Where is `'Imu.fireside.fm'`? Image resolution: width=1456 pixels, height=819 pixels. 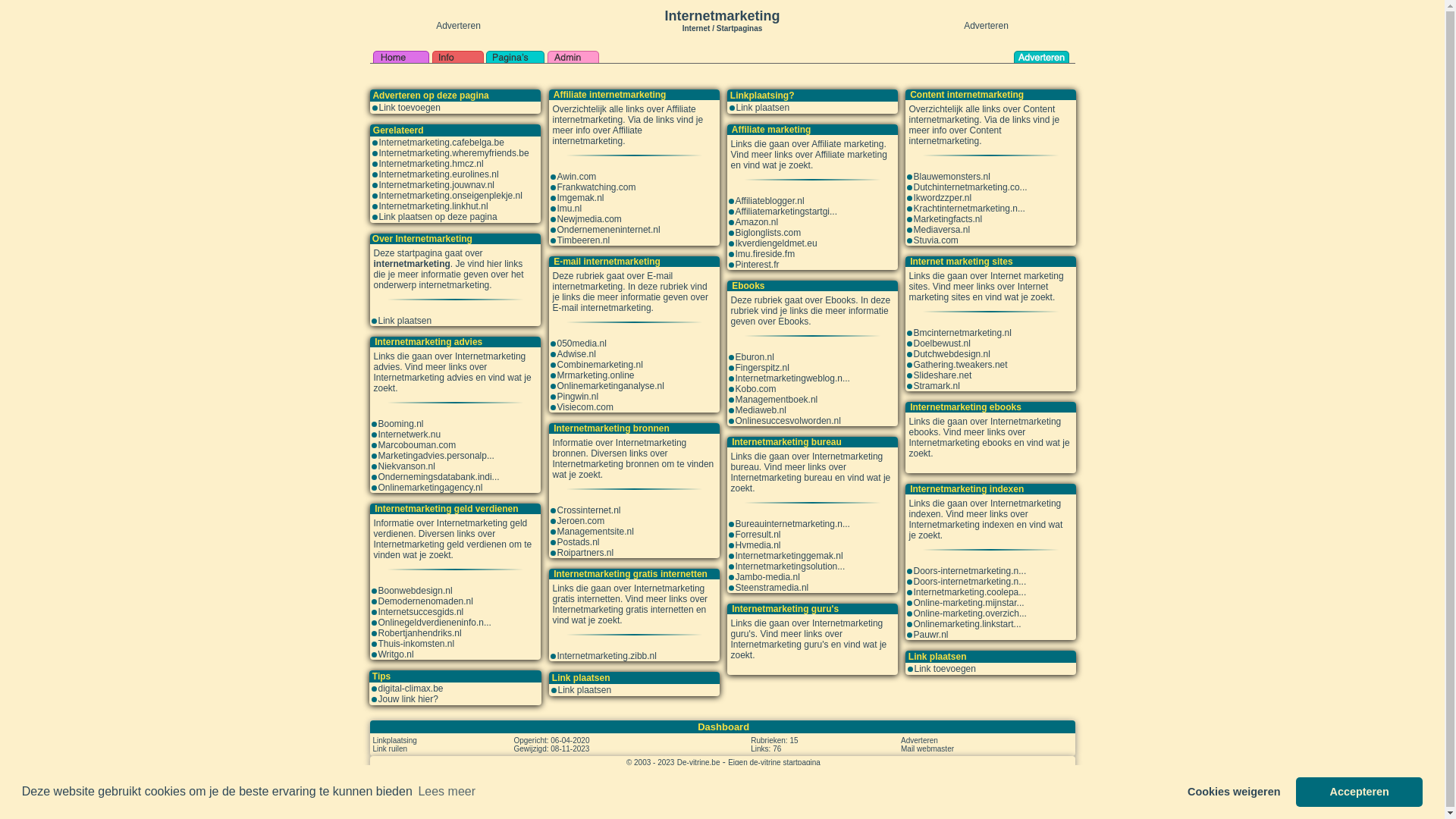 'Imu.fireside.fm' is located at coordinates (765, 253).